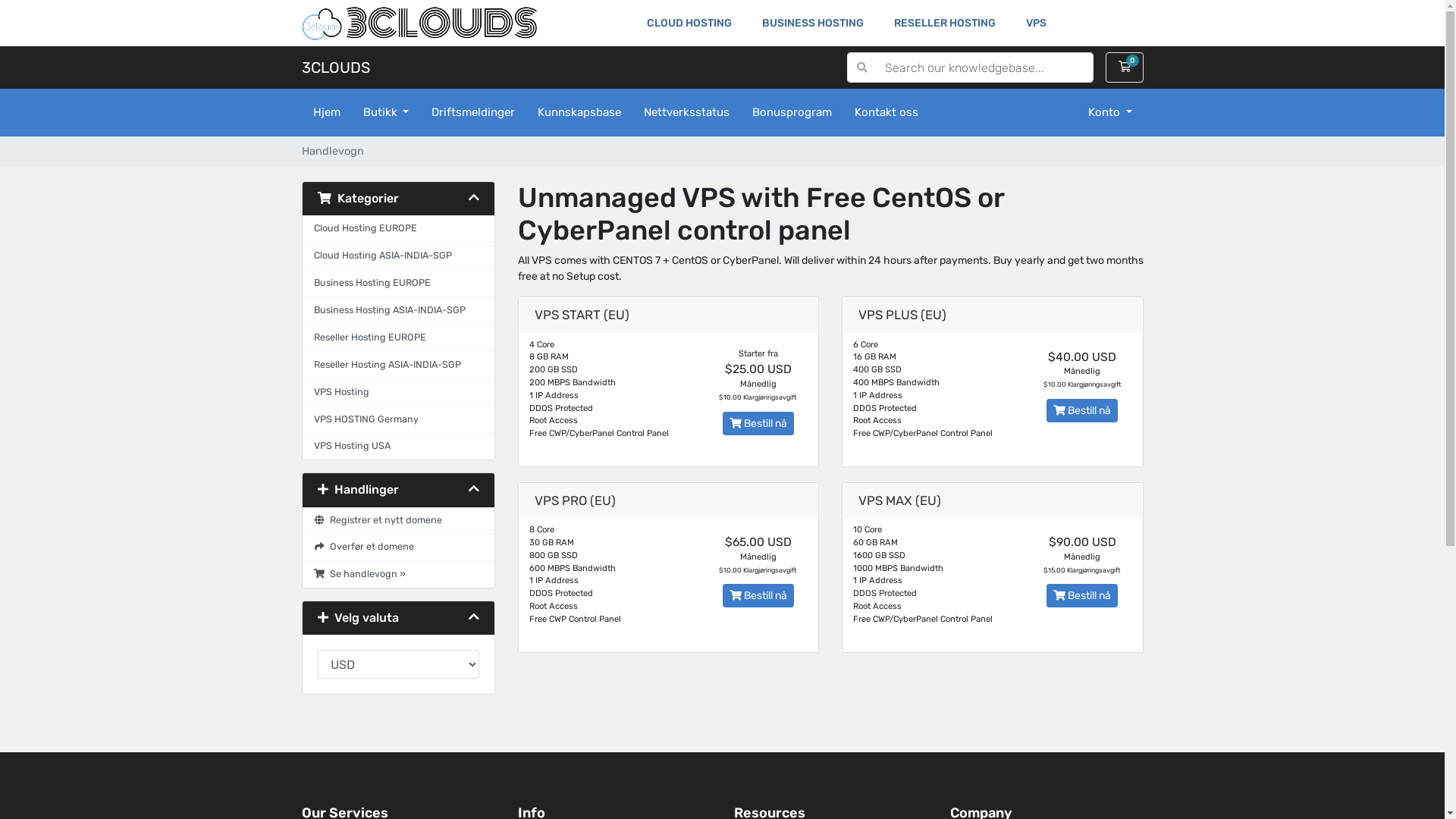 This screenshot has width=1456, height=819. What do you see at coordinates (302, 309) in the screenshot?
I see `'Business Hosting ASIA-INDIA-SGP'` at bounding box center [302, 309].